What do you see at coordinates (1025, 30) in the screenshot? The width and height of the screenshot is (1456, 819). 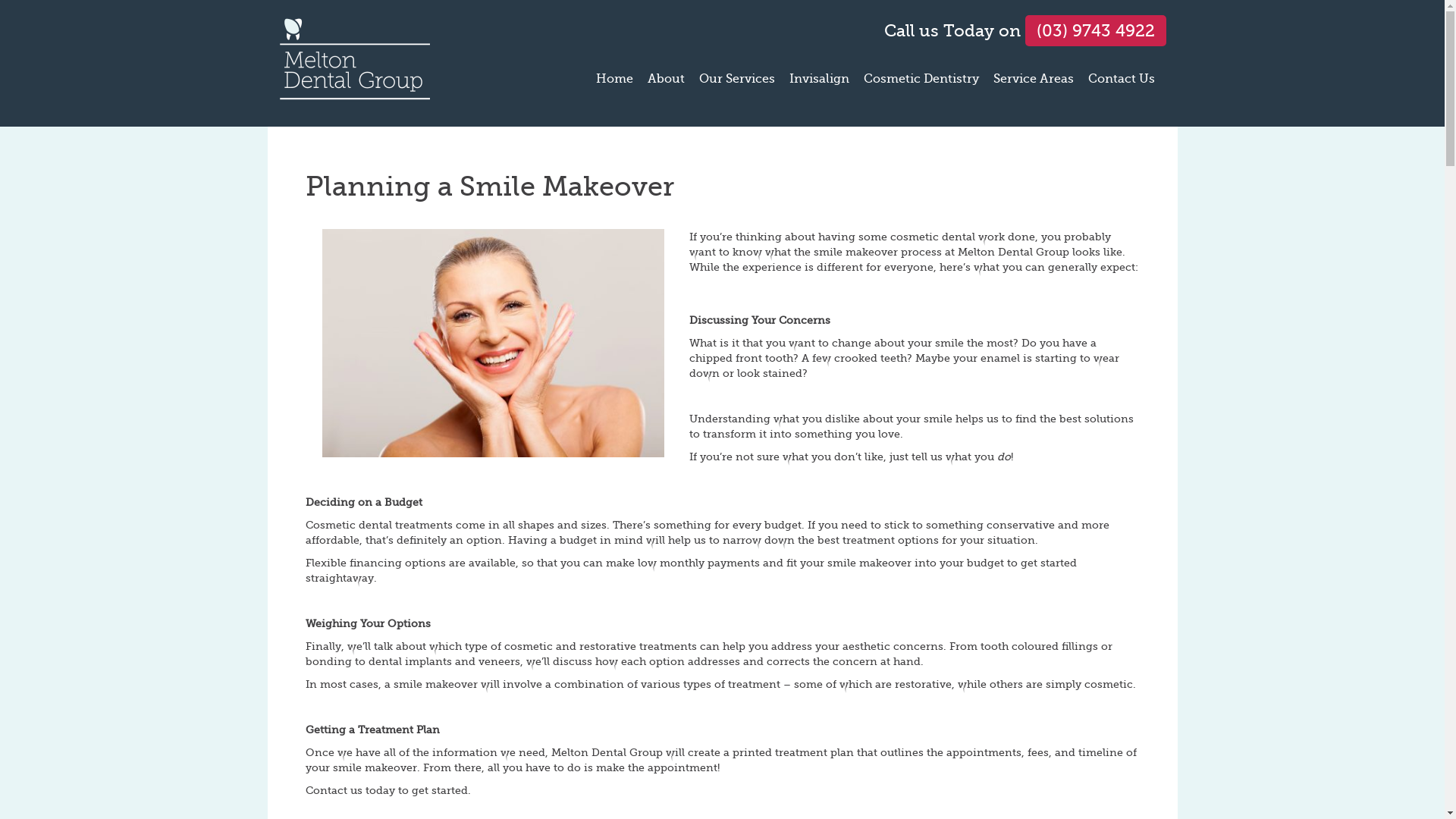 I see `'(03) 9743 4922'` at bounding box center [1025, 30].